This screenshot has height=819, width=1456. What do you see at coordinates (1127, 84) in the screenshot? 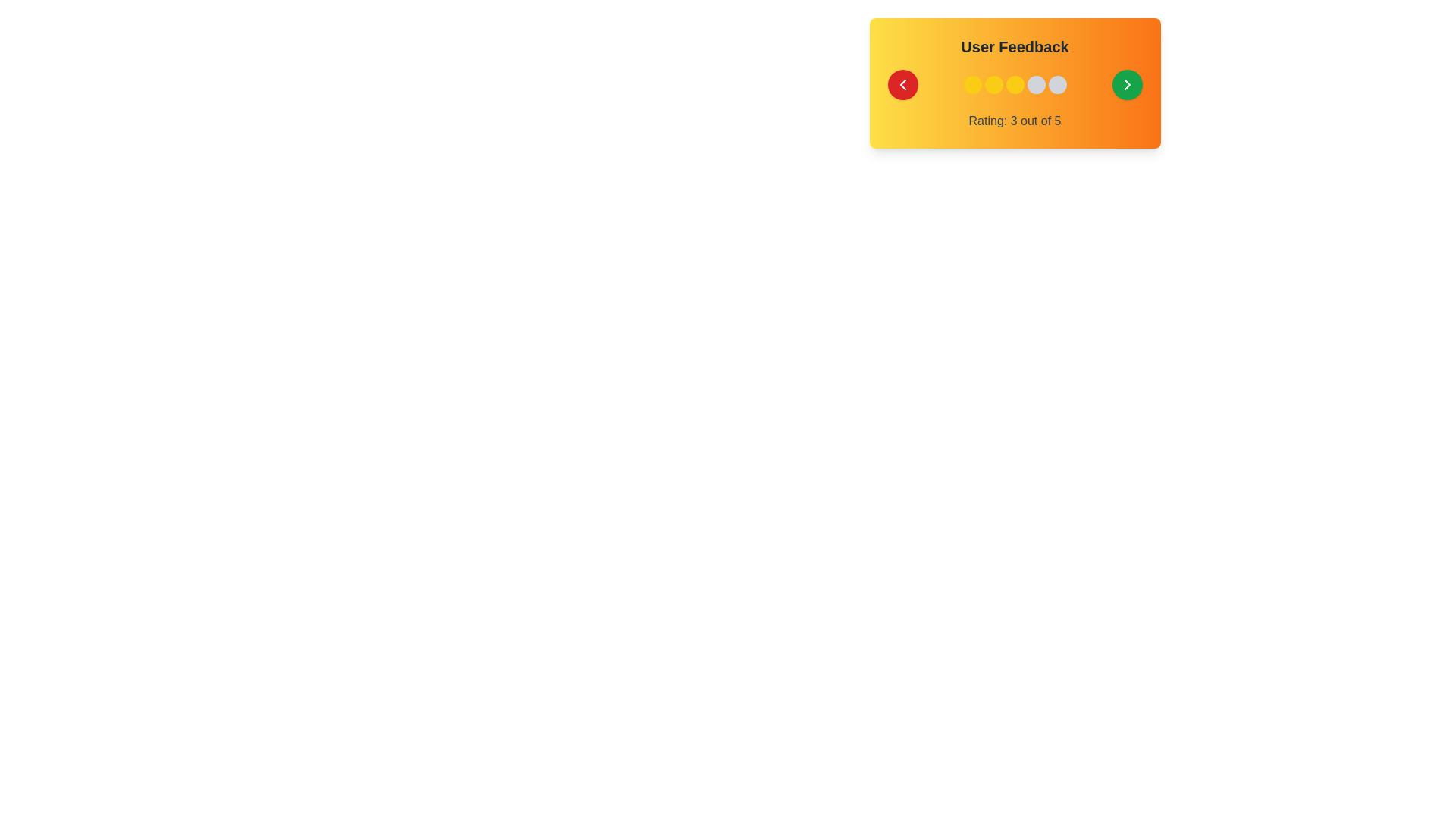
I see `the chevron-shaped icon embedded within the circular green button in the 'User Feedback' section to observe the hover effect` at bounding box center [1127, 84].